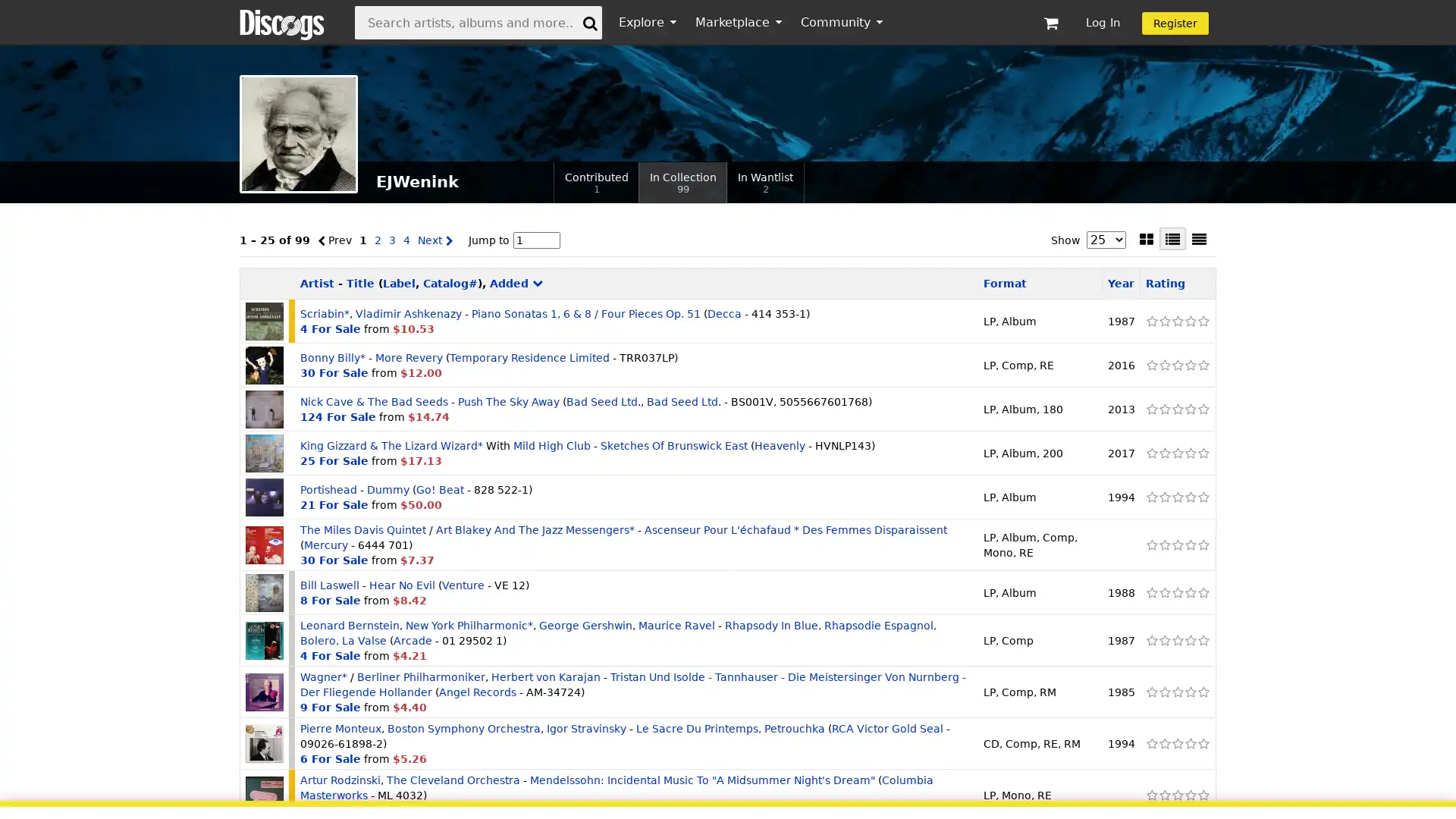 Image resolution: width=1456 pixels, height=819 pixels. What do you see at coordinates (1163, 366) in the screenshot?
I see `Rate this release 2 stars.` at bounding box center [1163, 366].